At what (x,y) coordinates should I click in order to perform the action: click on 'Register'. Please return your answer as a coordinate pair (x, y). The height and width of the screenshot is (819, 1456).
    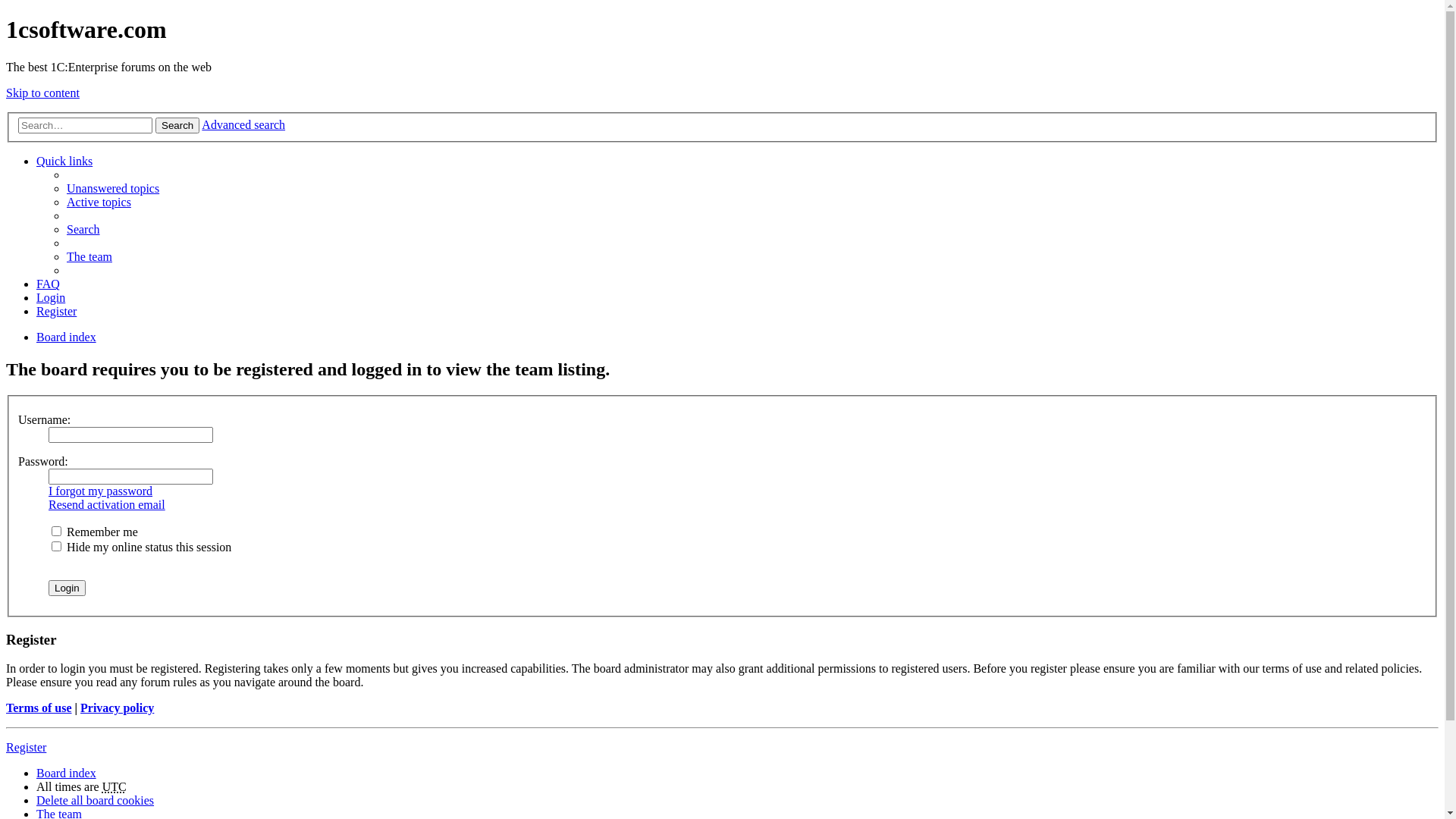
    Looking at the image, I should click on (56, 310).